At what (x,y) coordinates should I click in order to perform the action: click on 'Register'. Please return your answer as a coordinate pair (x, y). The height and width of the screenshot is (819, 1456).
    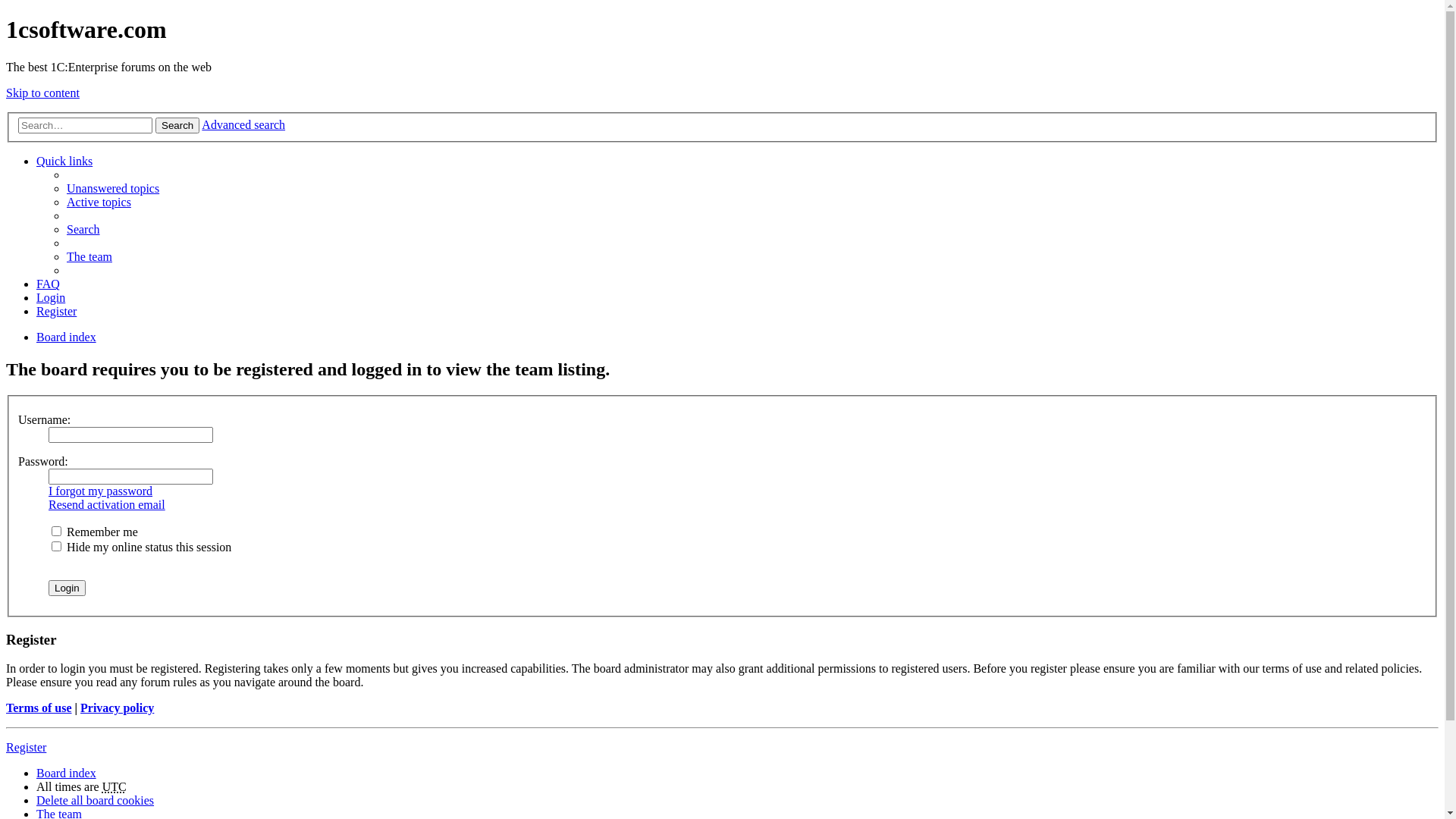
    Looking at the image, I should click on (56, 310).